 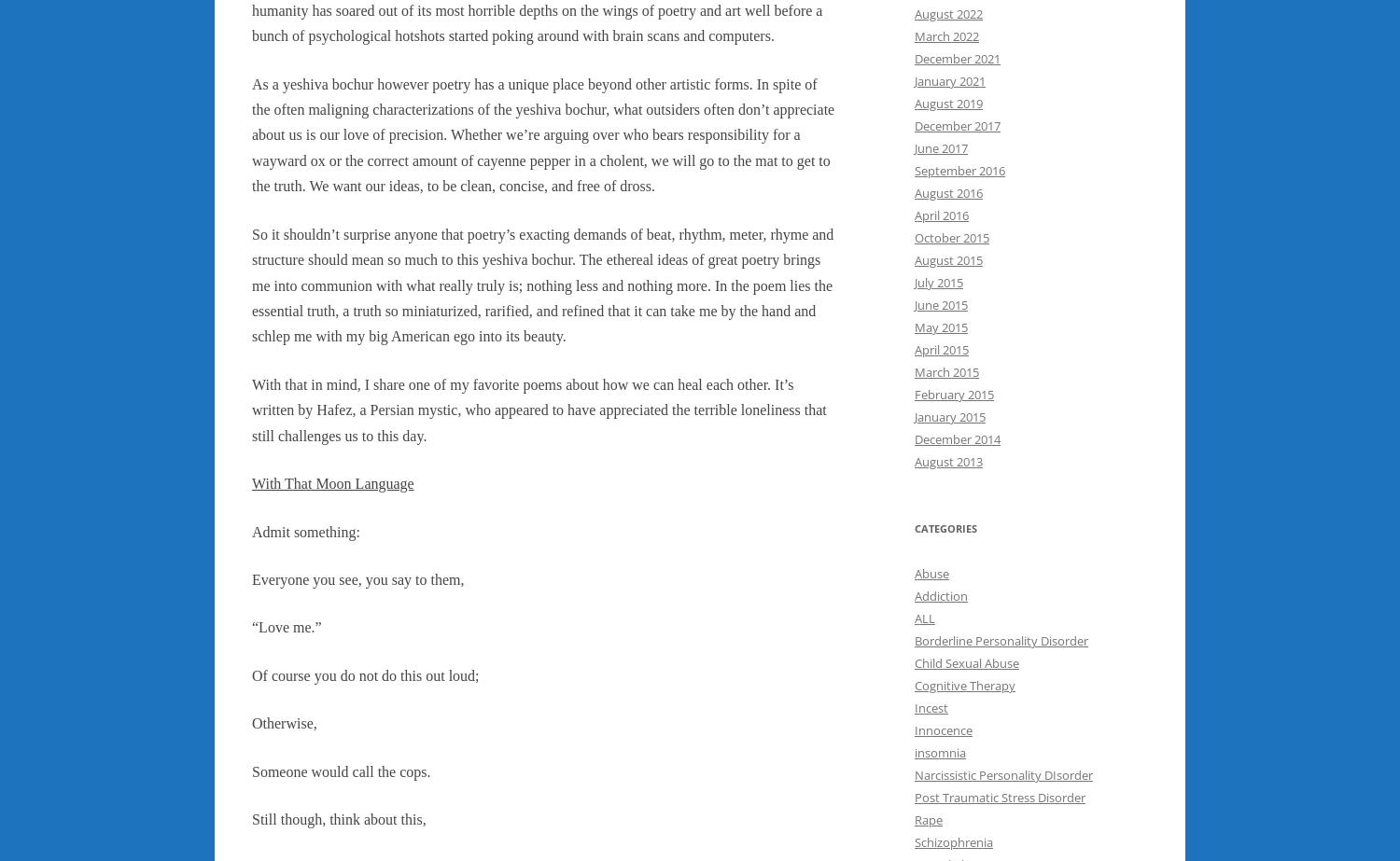 I want to click on 'With That Moon Language', so click(x=331, y=482).